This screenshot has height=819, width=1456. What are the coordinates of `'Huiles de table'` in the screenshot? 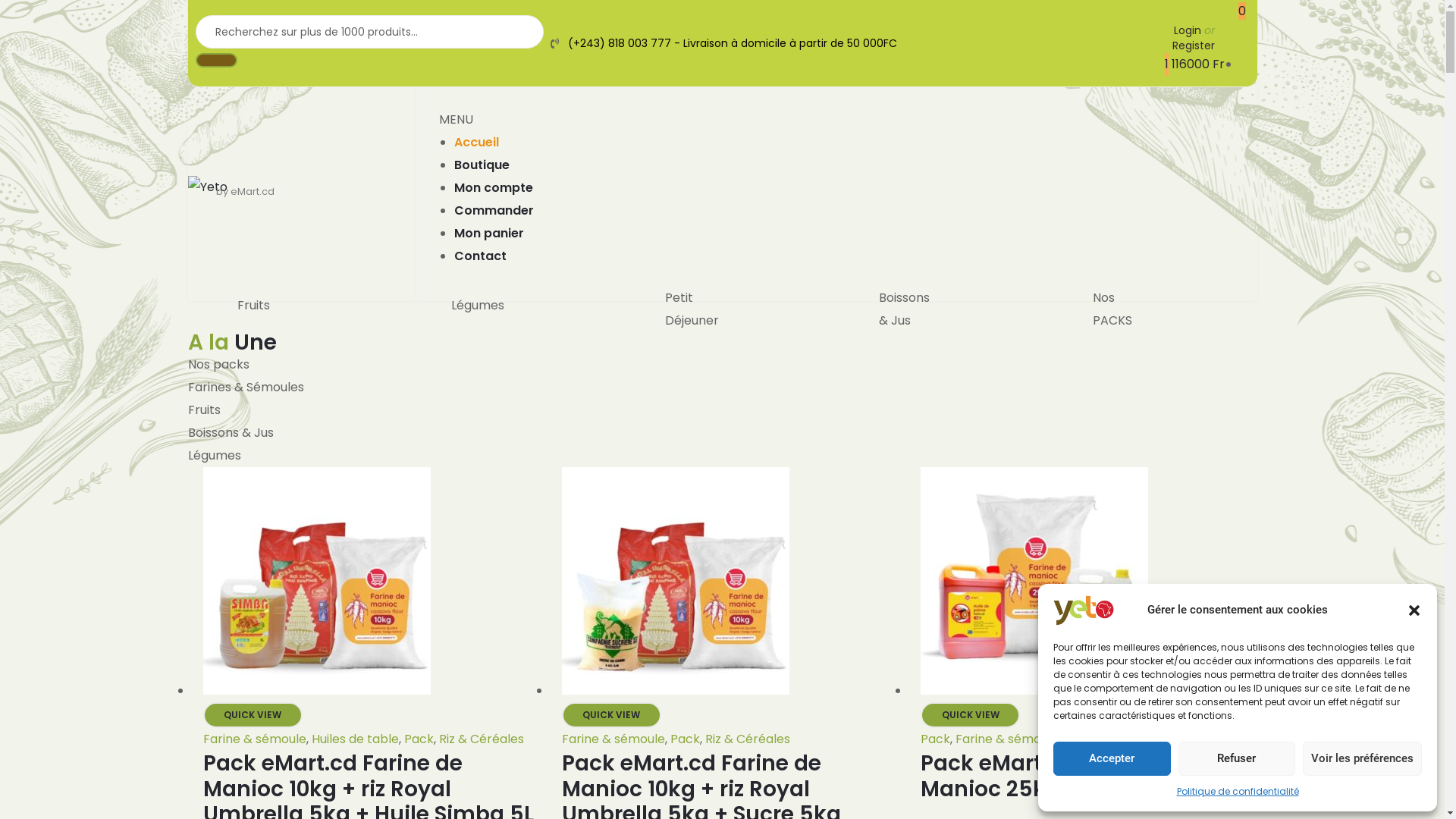 It's located at (353, 738).